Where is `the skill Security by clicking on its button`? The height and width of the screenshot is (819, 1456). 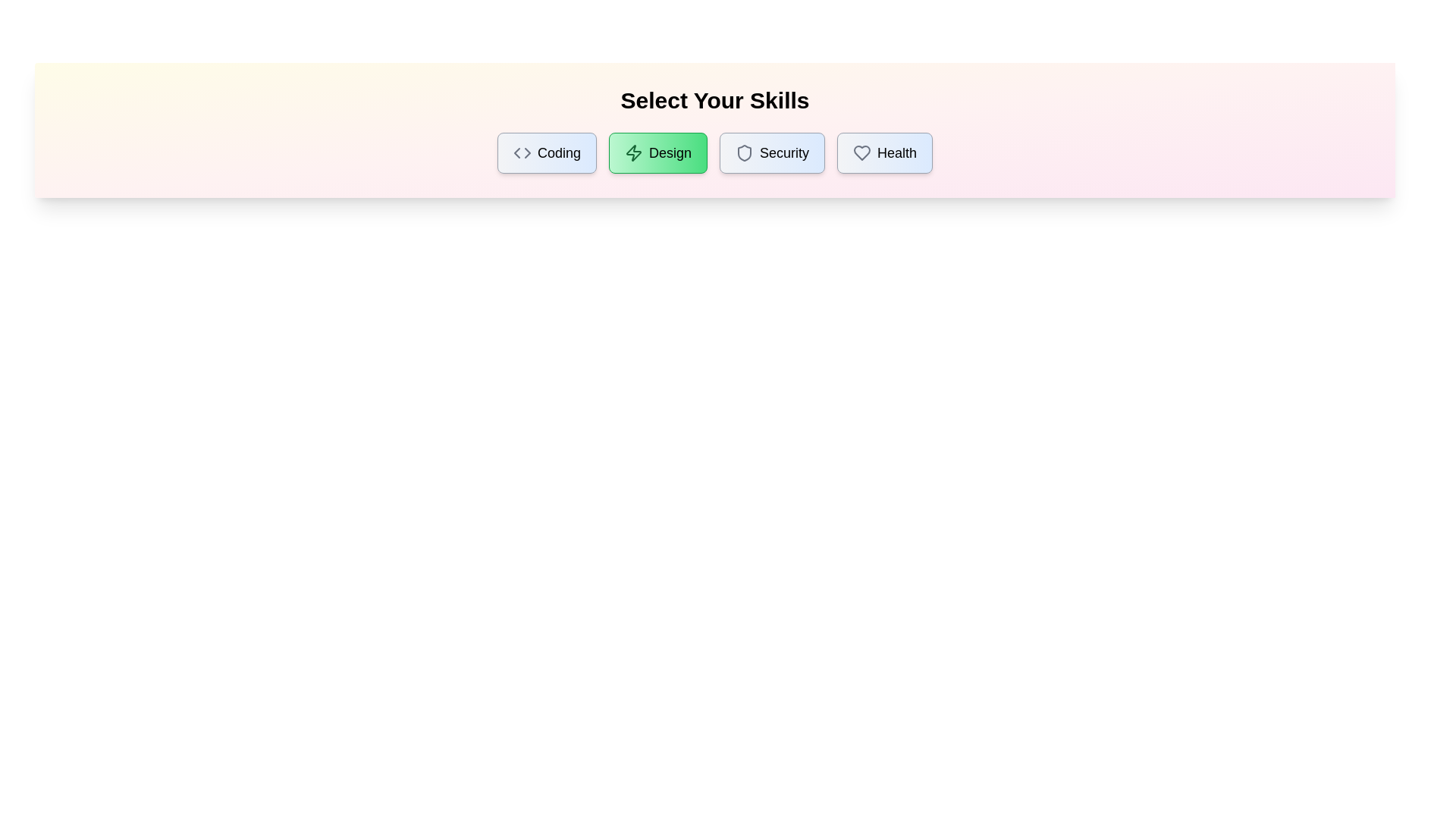
the skill Security by clicking on its button is located at coordinates (771, 152).